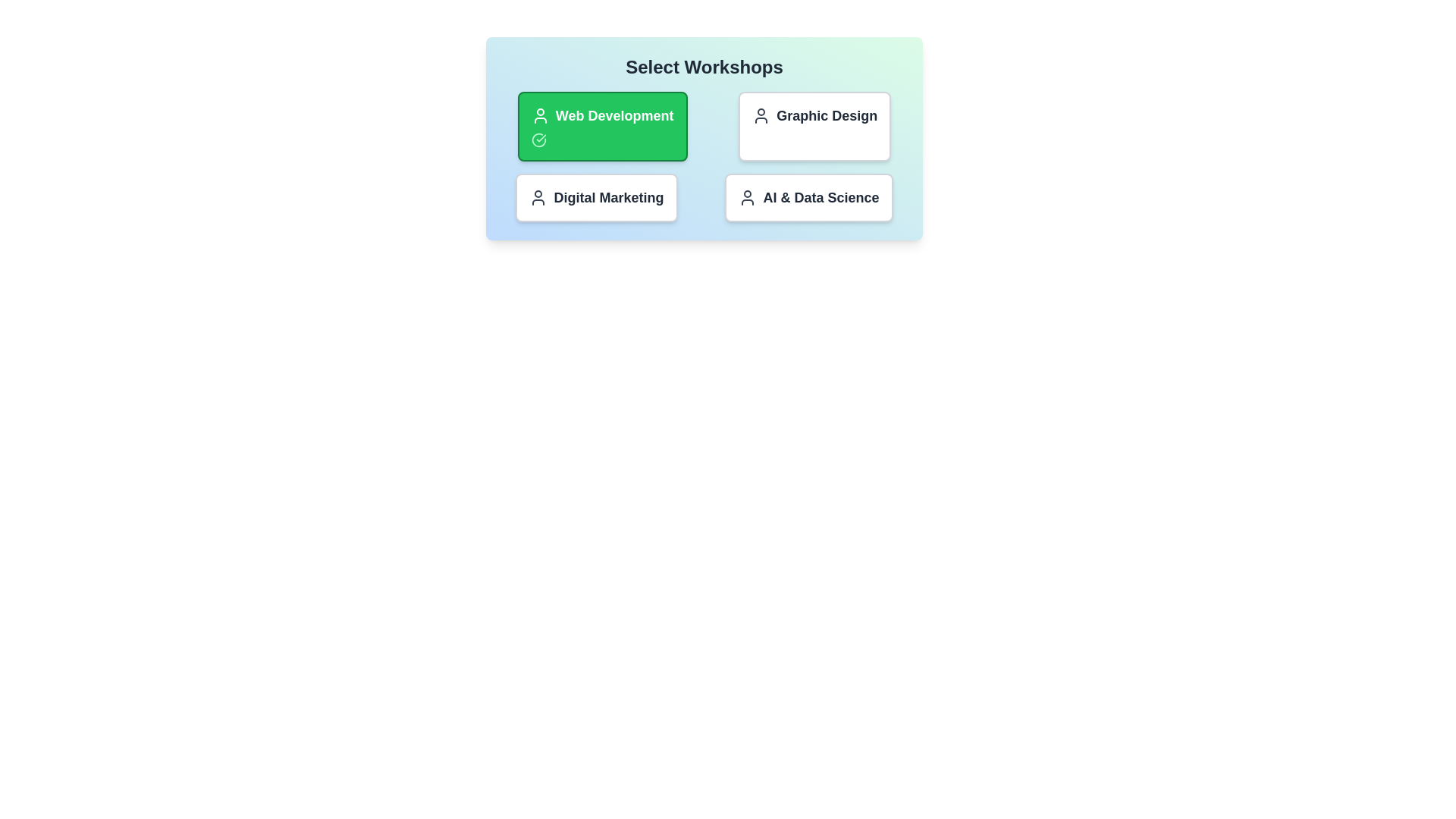 This screenshot has height=819, width=1456. Describe the element at coordinates (596, 197) in the screenshot. I see `the workshop titled Digital Marketing to observe hover effects` at that location.